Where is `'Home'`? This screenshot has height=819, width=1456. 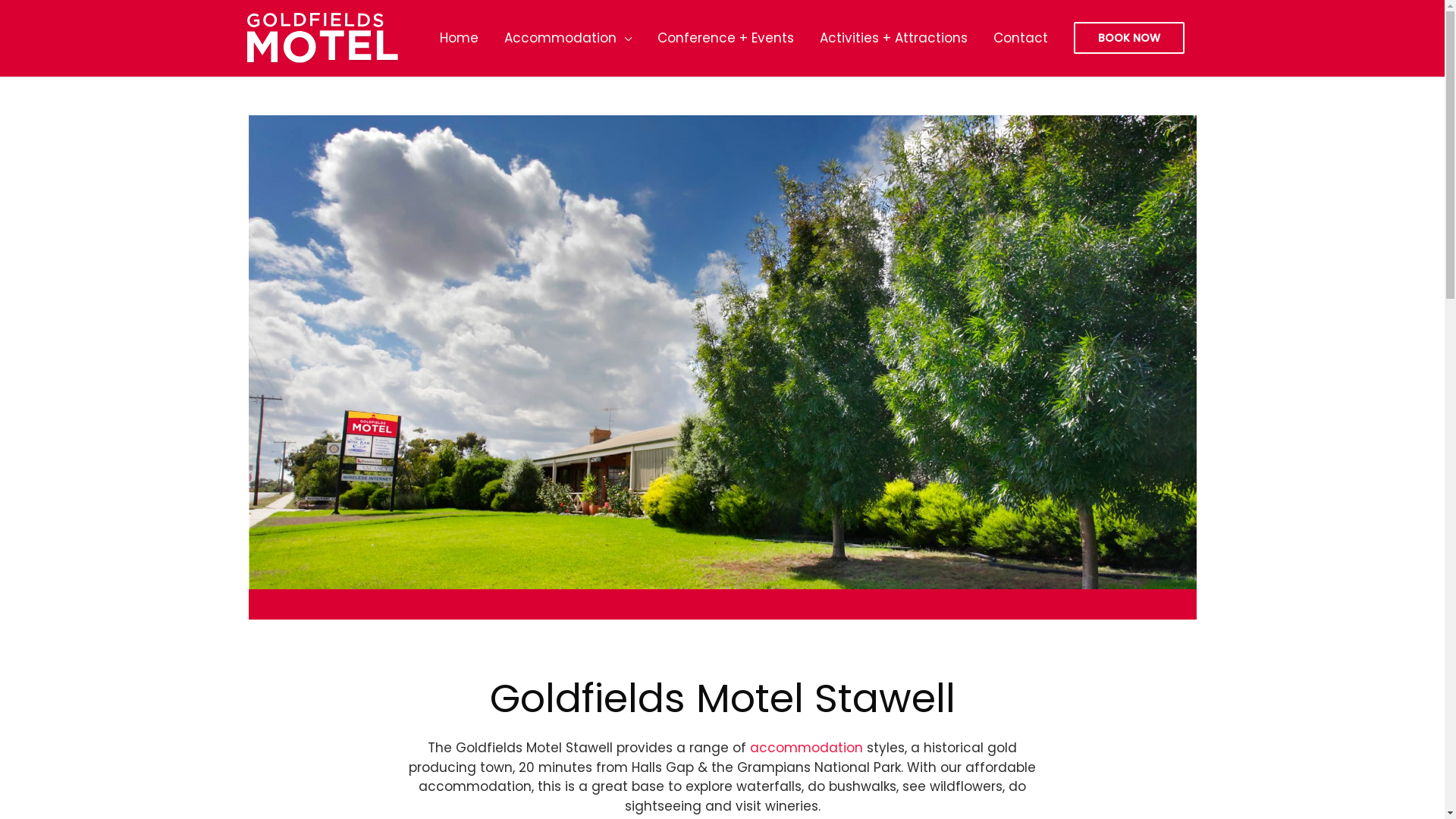
'Home' is located at coordinates (458, 37).